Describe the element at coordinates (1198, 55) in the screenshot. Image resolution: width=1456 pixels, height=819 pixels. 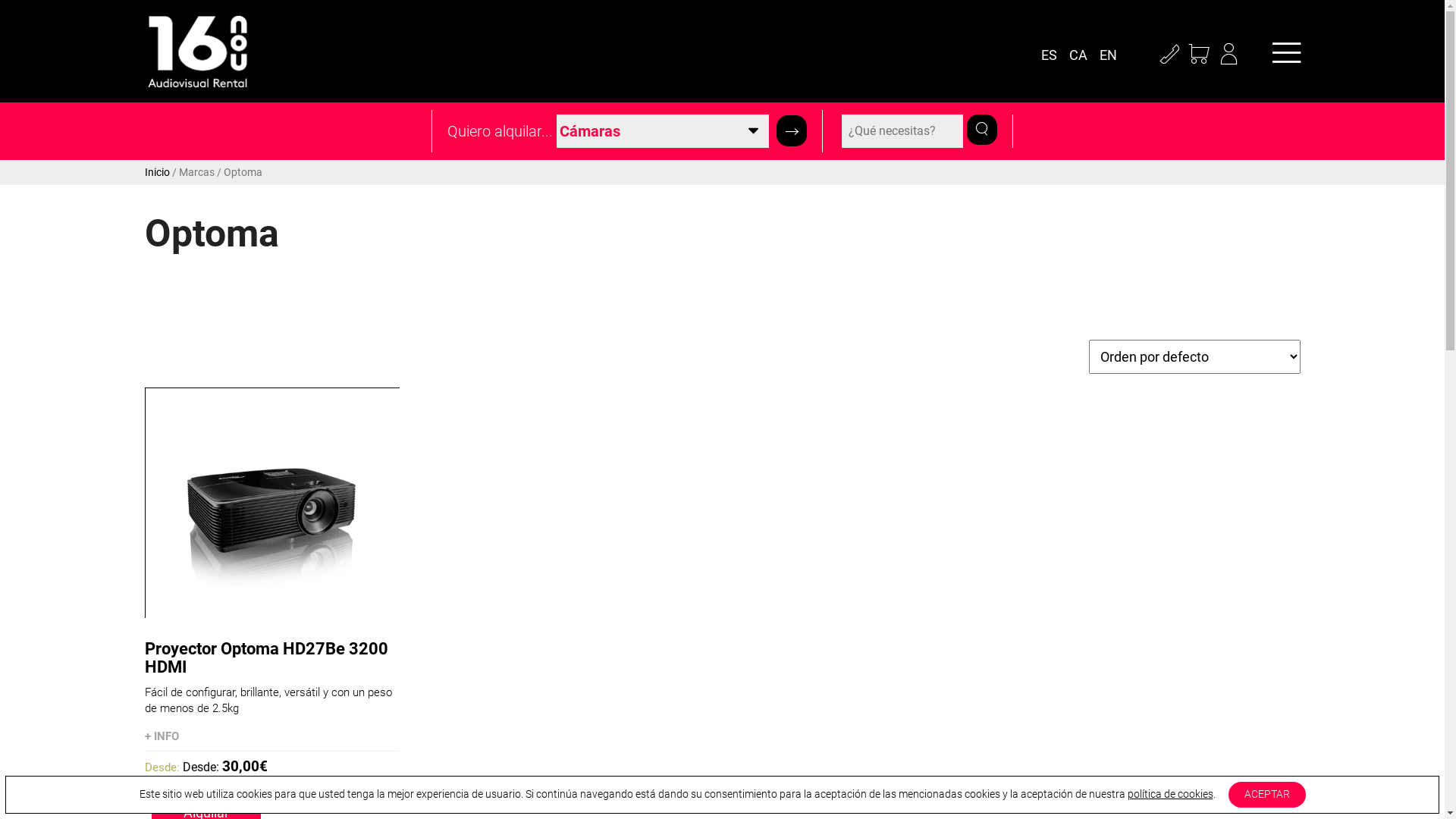
I see `'Ir al carrito'` at that location.